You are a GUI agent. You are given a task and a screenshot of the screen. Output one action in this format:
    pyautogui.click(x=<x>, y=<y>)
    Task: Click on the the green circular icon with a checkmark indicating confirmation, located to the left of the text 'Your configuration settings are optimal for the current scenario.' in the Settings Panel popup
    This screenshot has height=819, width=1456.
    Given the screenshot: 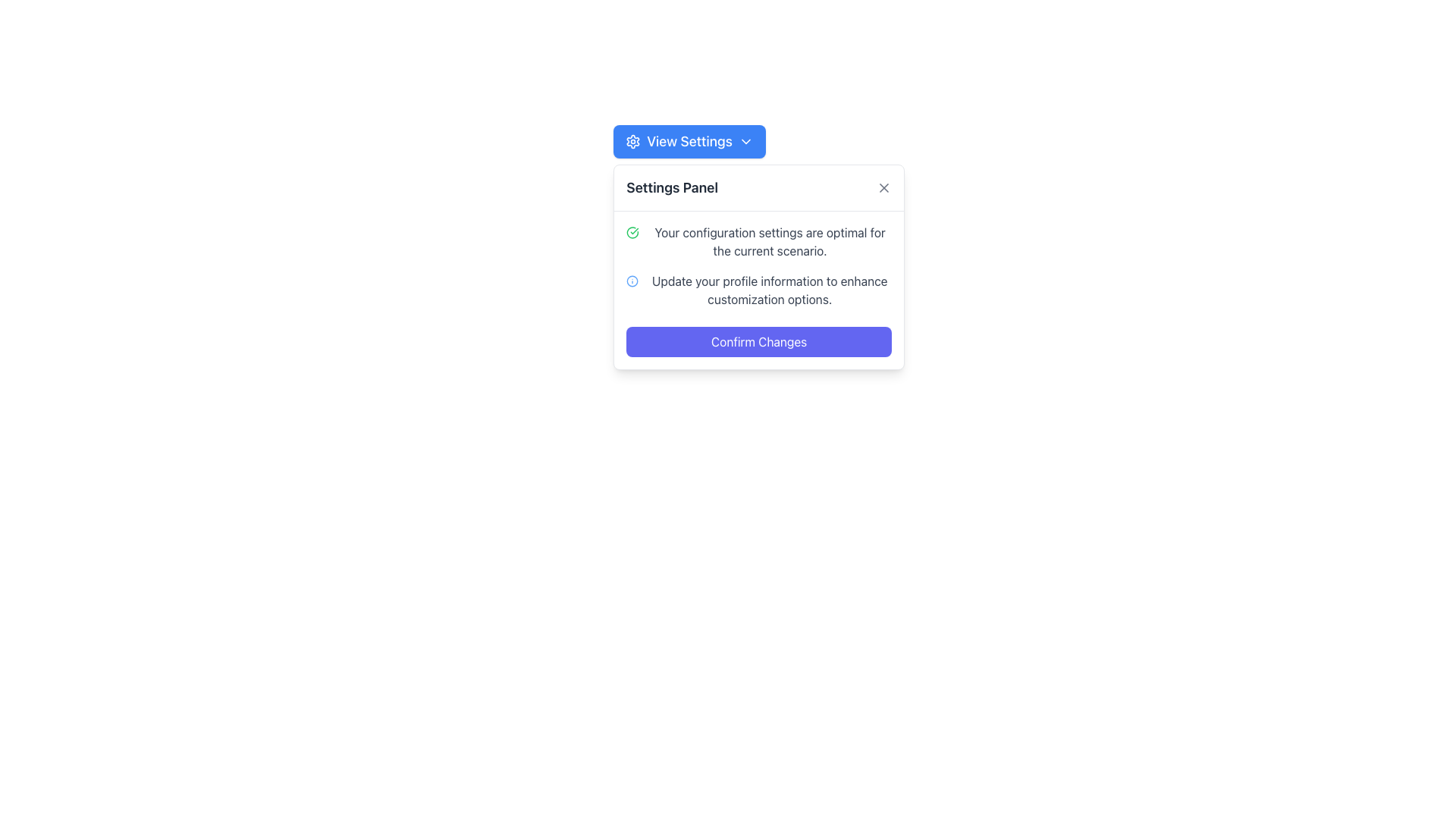 What is the action you would take?
    pyautogui.click(x=632, y=233)
    